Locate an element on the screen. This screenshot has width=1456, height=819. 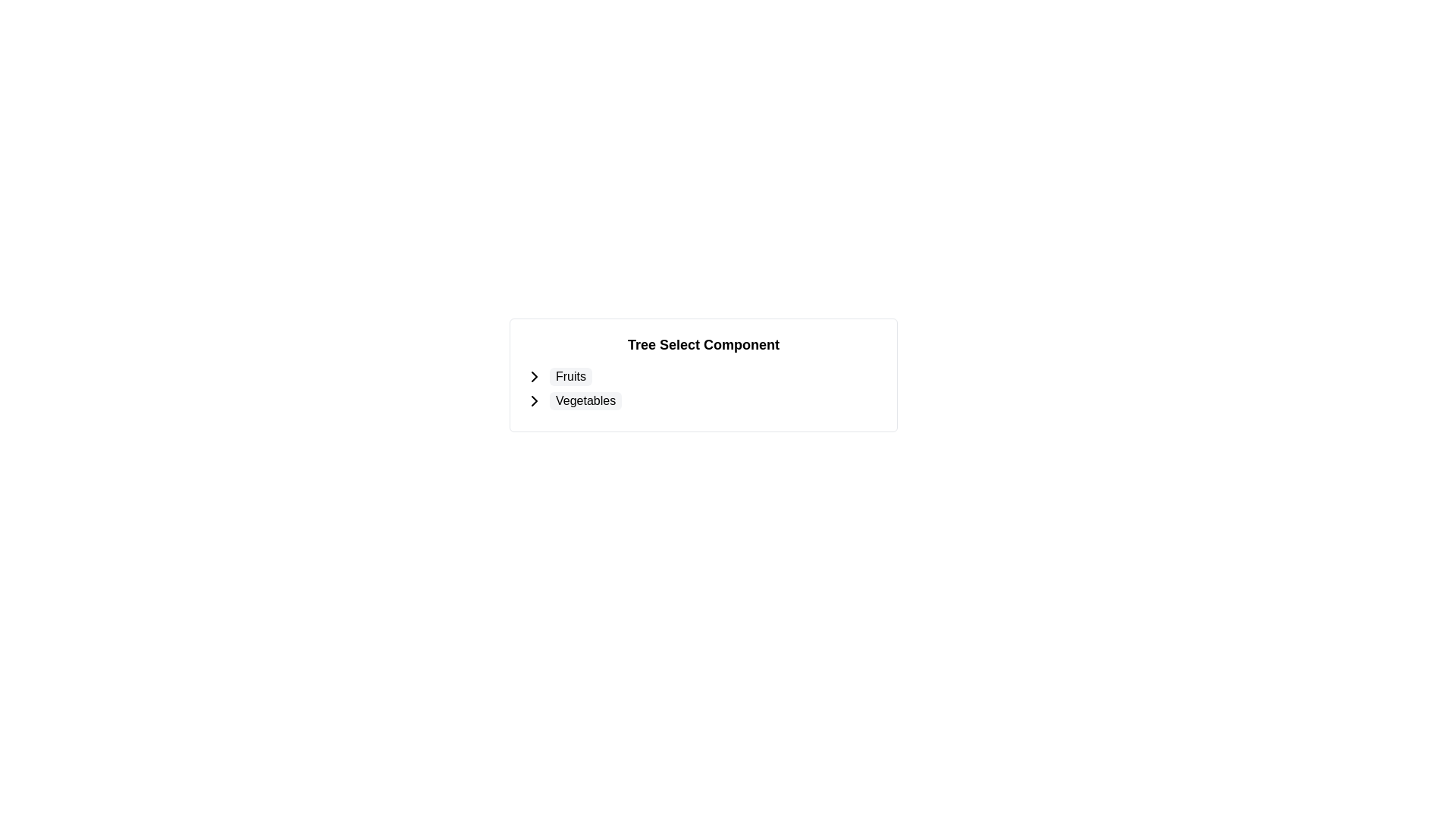
the chevron button located to the immediate left of the text 'Vegetables' is located at coordinates (535, 400).